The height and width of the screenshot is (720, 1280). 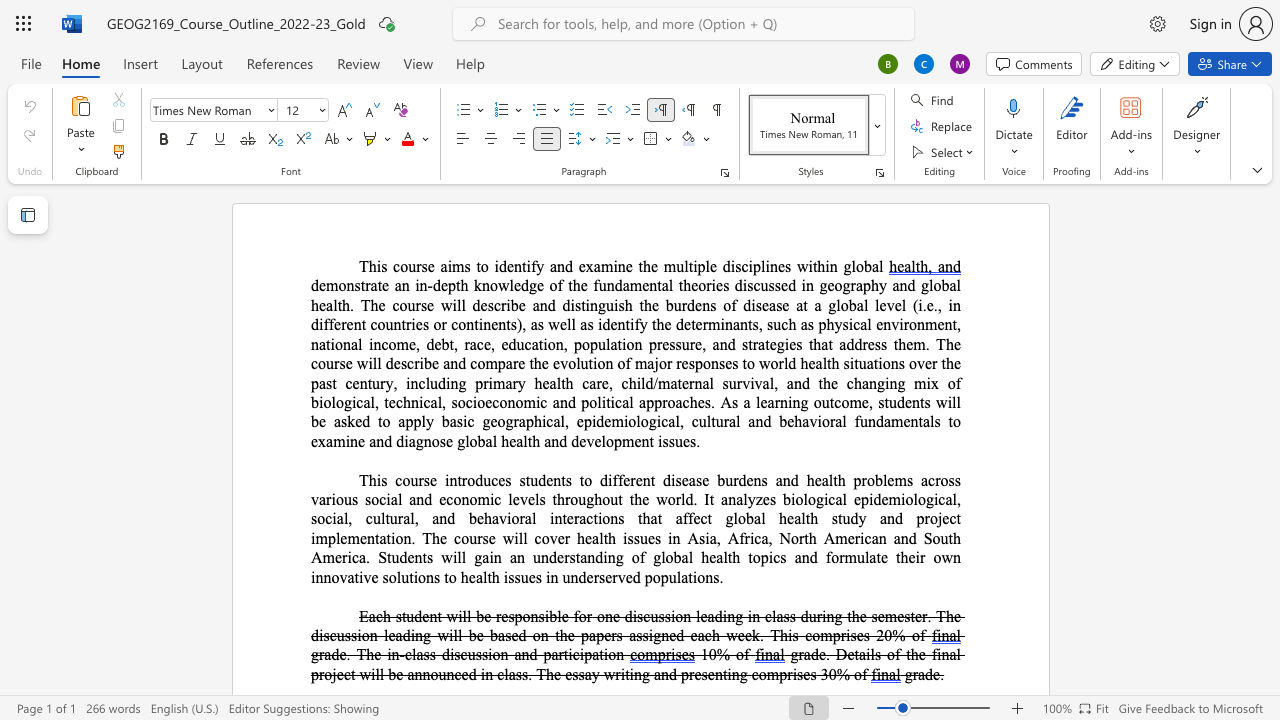 I want to click on the space between the continuous character "m" and "." in the text, so click(x=922, y=343).